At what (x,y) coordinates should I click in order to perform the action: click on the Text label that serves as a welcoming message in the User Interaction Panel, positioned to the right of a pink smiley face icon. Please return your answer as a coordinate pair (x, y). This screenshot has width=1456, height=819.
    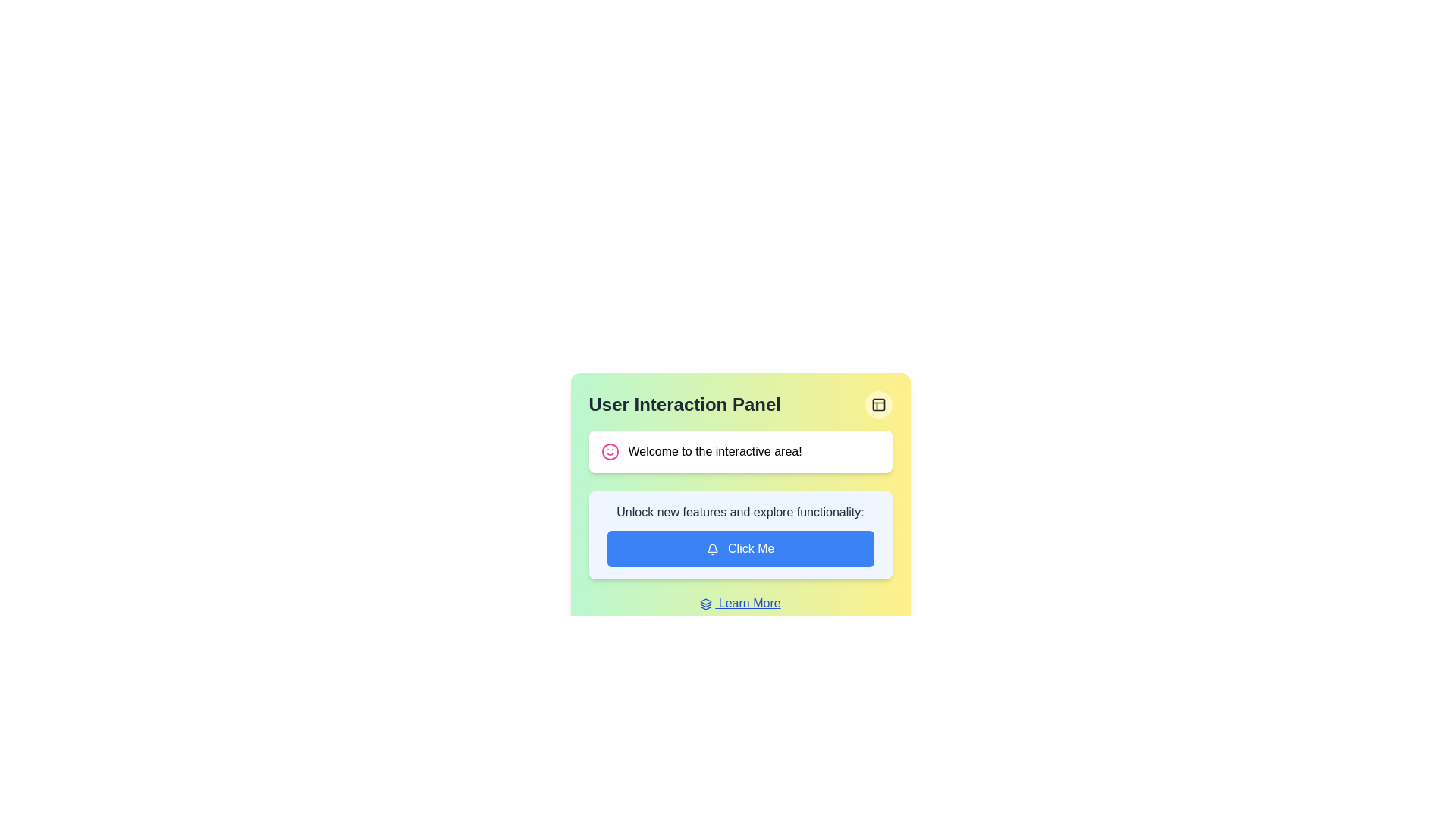
    Looking at the image, I should click on (714, 451).